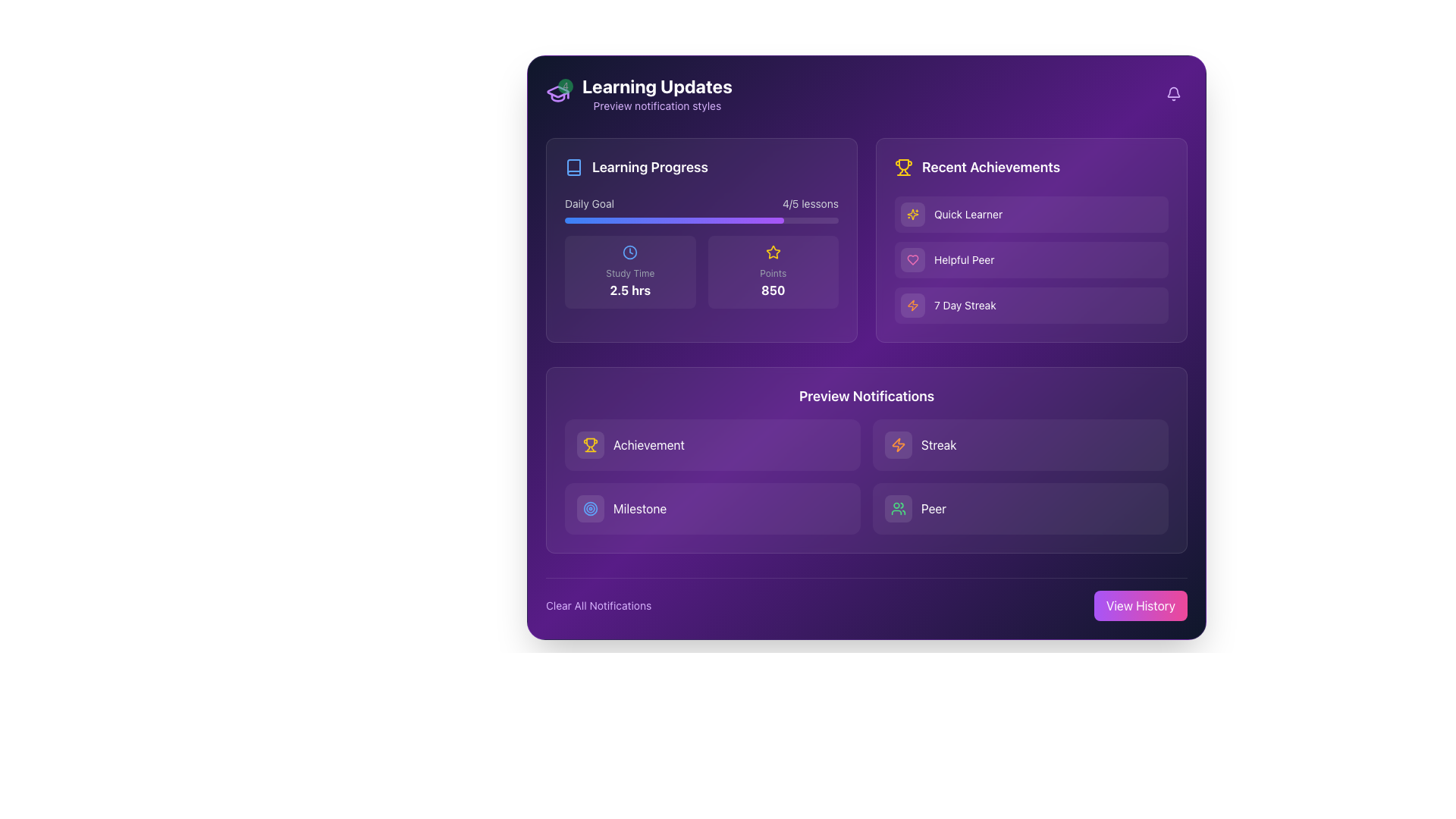 This screenshot has width=1456, height=819. What do you see at coordinates (1173, 93) in the screenshot?
I see `the Notification Bell icon located in the top-right corner of the interface` at bounding box center [1173, 93].